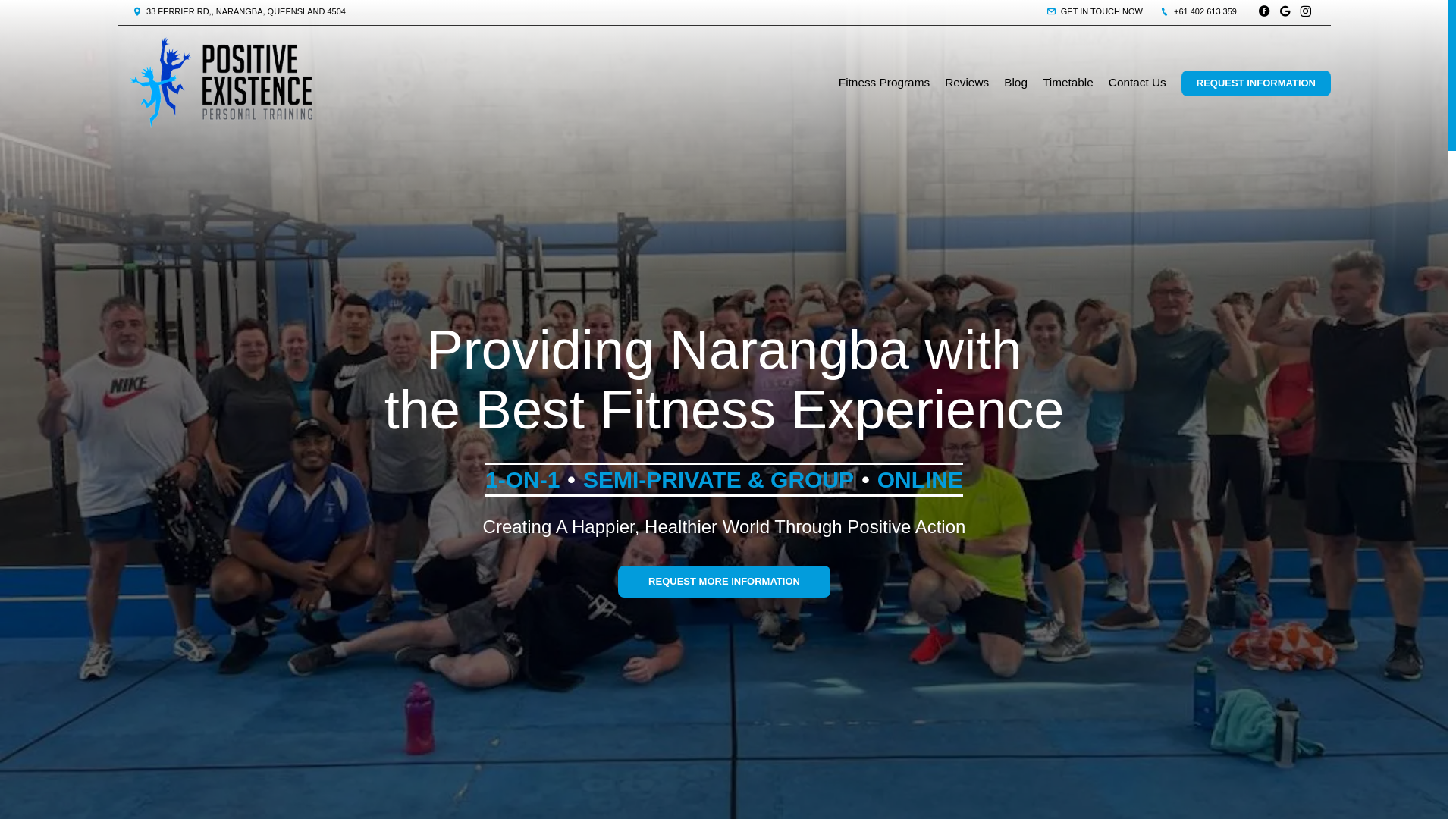 Image resolution: width=1456 pixels, height=819 pixels. What do you see at coordinates (1197, 11) in the screenshot?
I see `'+61 402 613 359'` at bounding box center [1197, 11].